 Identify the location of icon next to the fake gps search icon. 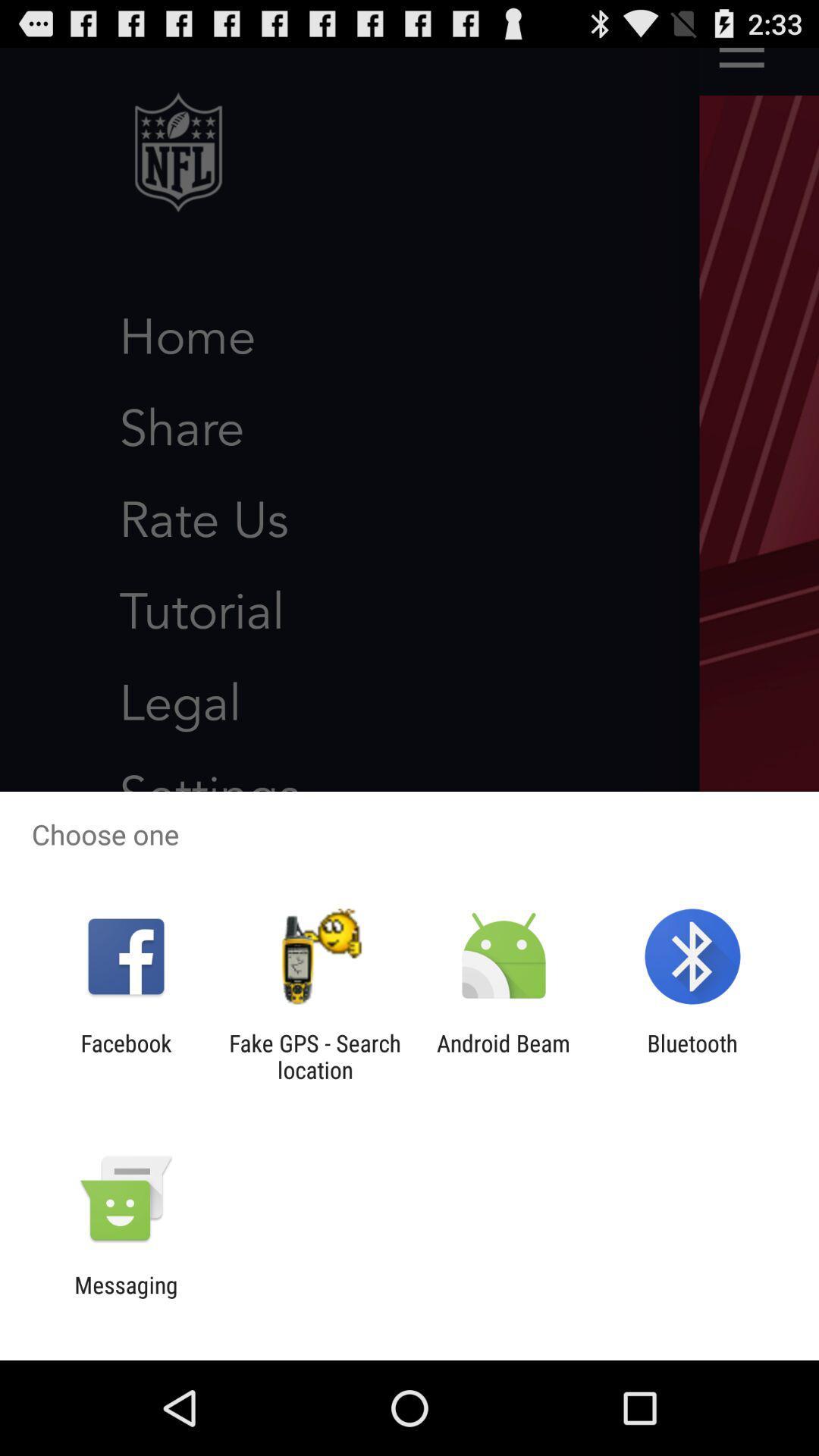
(125, 1056).